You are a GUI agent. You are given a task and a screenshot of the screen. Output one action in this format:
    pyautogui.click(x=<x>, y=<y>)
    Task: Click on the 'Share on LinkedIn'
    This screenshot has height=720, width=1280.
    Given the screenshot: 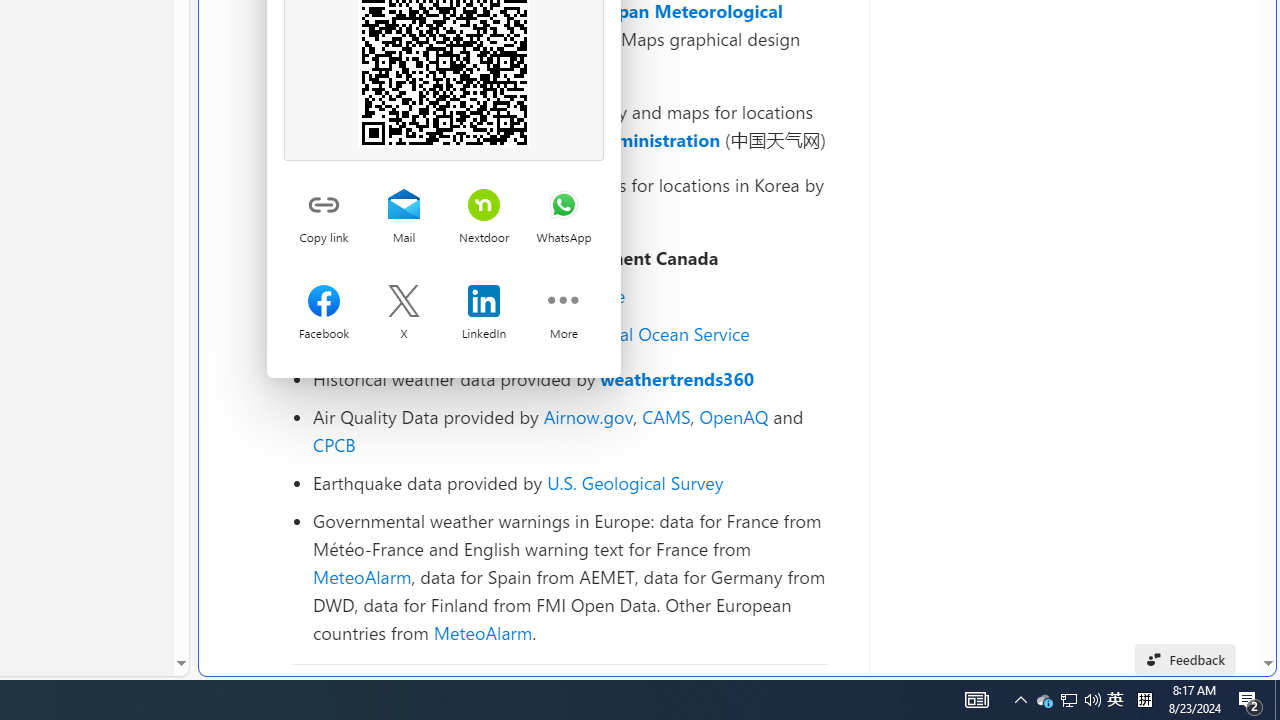 What is the action you would take?
    pyautogui.click(x=484, y=303)
    